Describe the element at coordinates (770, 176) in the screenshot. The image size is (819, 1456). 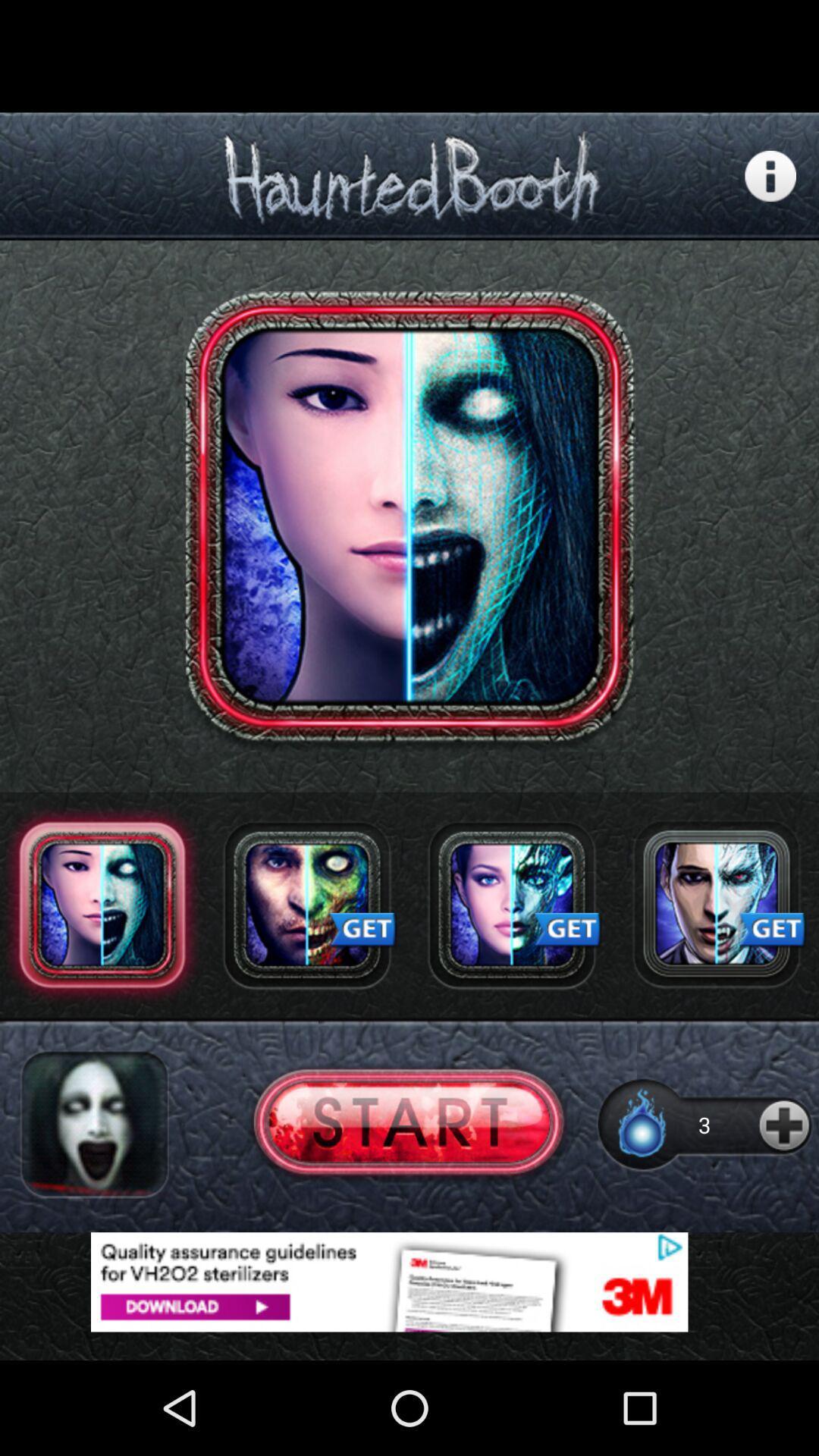
I see `more information` at that location.